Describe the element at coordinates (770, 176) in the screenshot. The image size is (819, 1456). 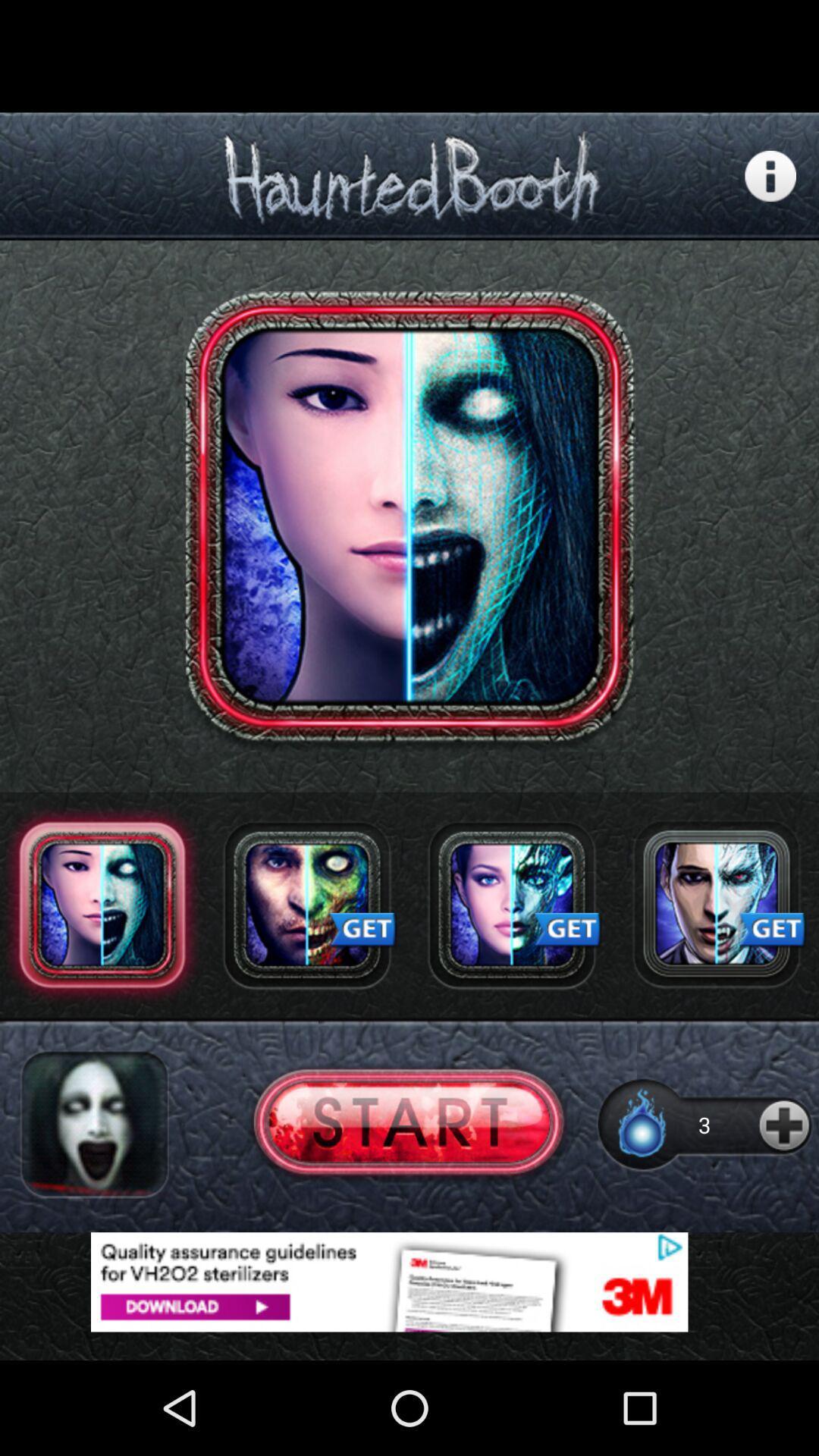
I see `more information` at that location.